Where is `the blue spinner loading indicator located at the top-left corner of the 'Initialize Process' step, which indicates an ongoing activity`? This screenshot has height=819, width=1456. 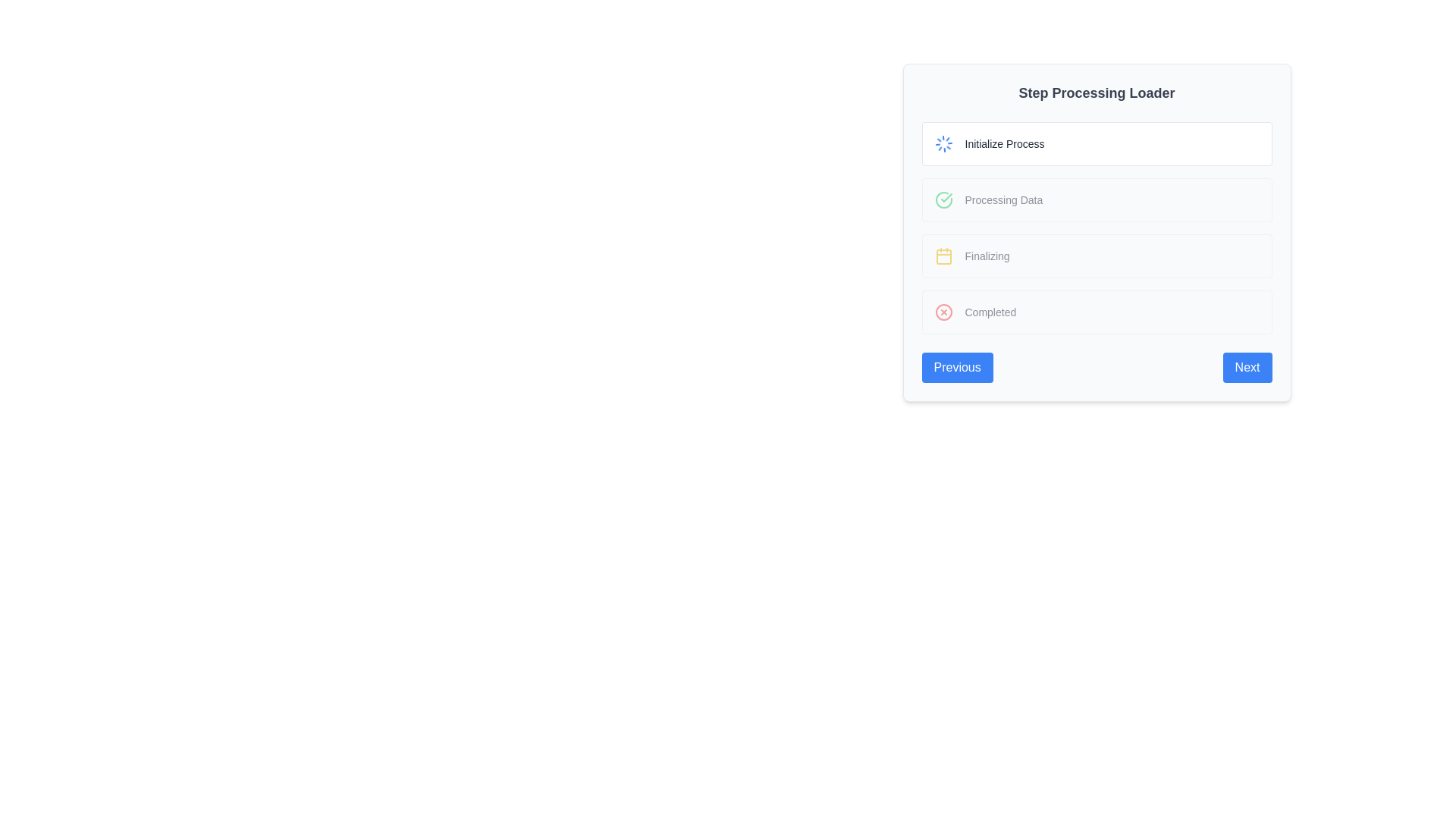
the blue spinner loading indicator located at the top-left corner of the 'Initialize Process' step, which indicates an ongoing activity is located at coordinates (943, 143).